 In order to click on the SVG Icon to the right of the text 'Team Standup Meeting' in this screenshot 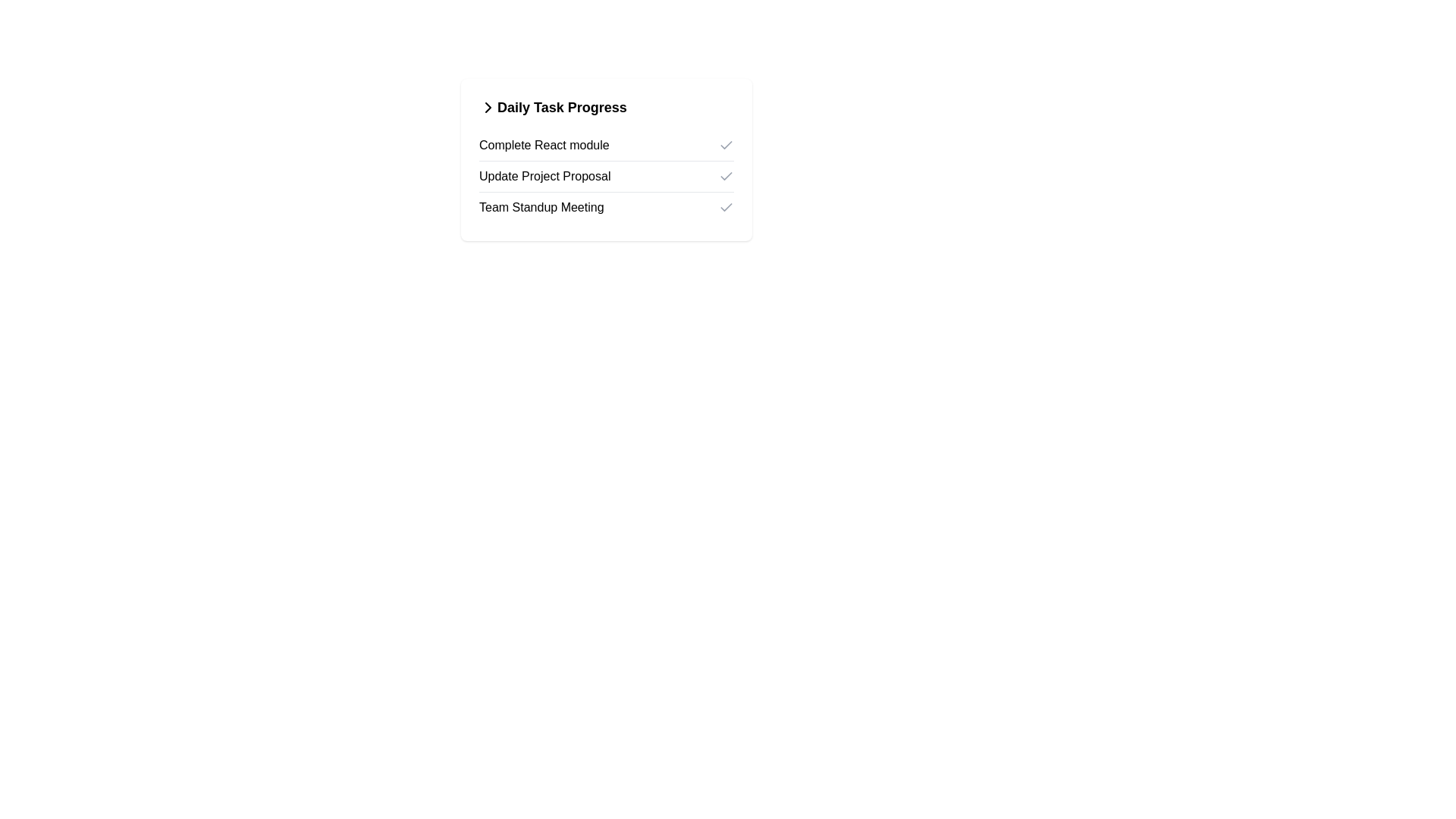, I will do `click(726, 207)`.